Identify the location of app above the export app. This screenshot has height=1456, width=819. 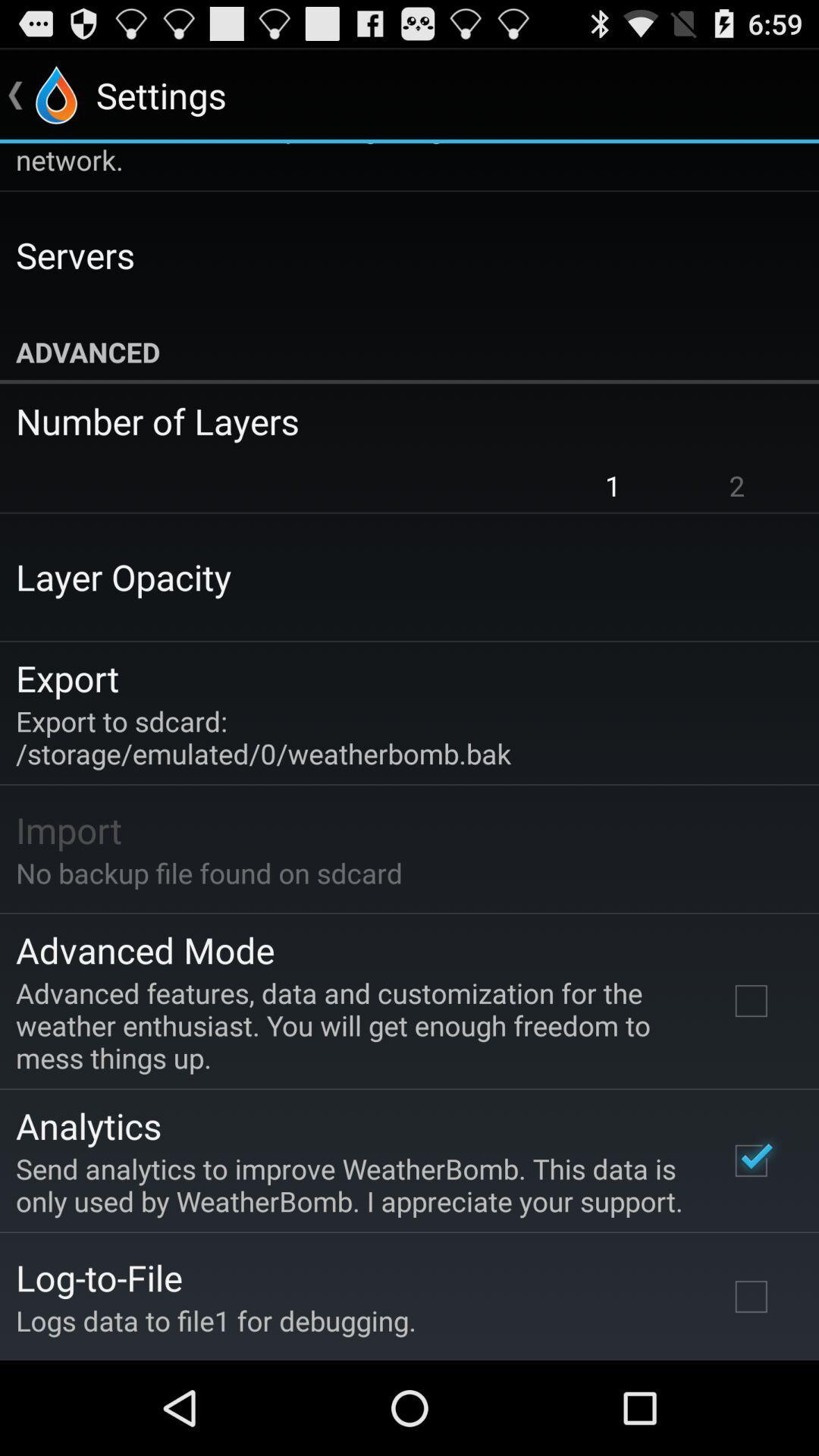
(123, 576).